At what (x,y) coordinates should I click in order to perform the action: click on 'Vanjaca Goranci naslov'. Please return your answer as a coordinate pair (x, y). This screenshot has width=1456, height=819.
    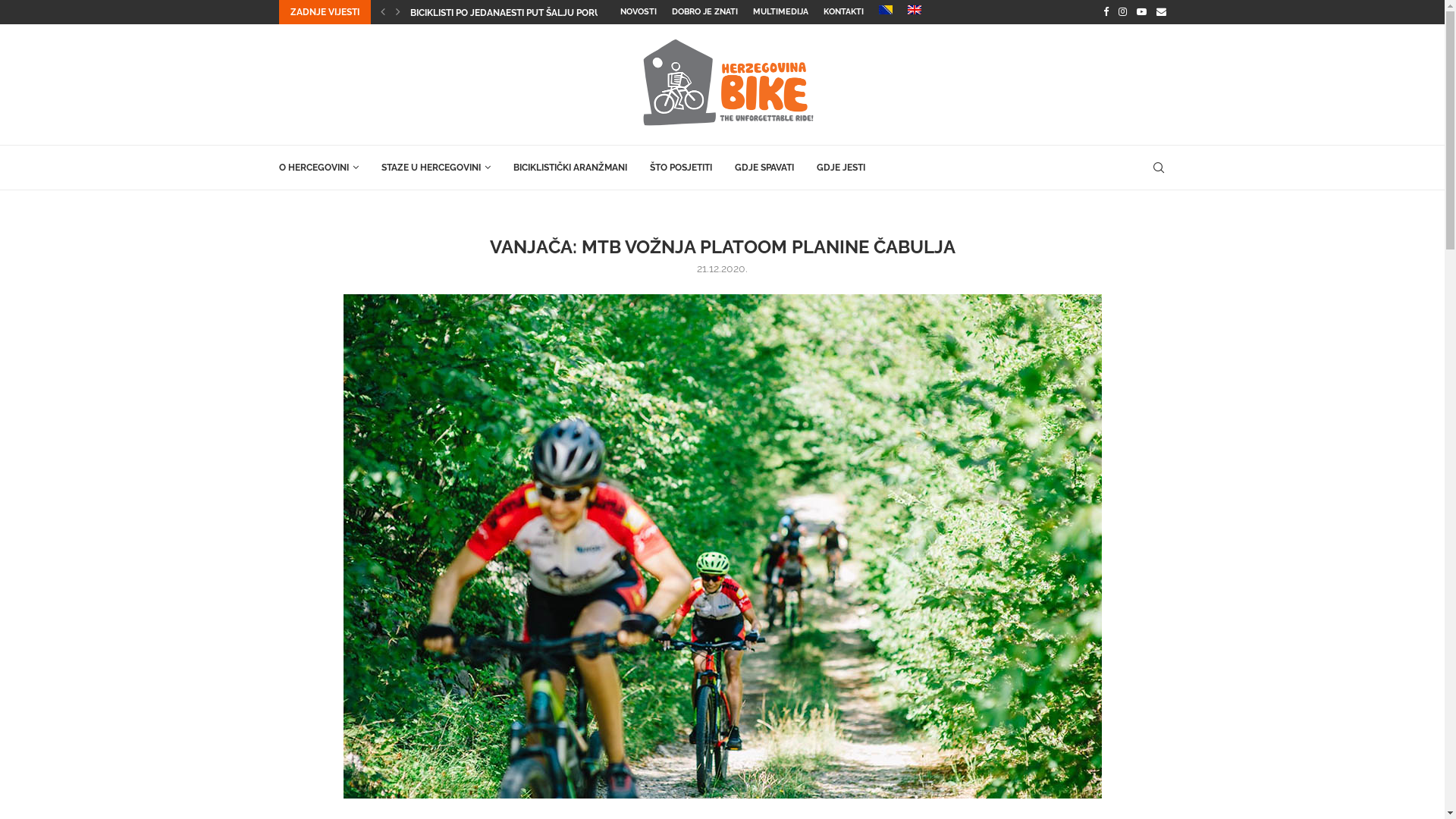
    Looking at the image, I should click on (720, 546).